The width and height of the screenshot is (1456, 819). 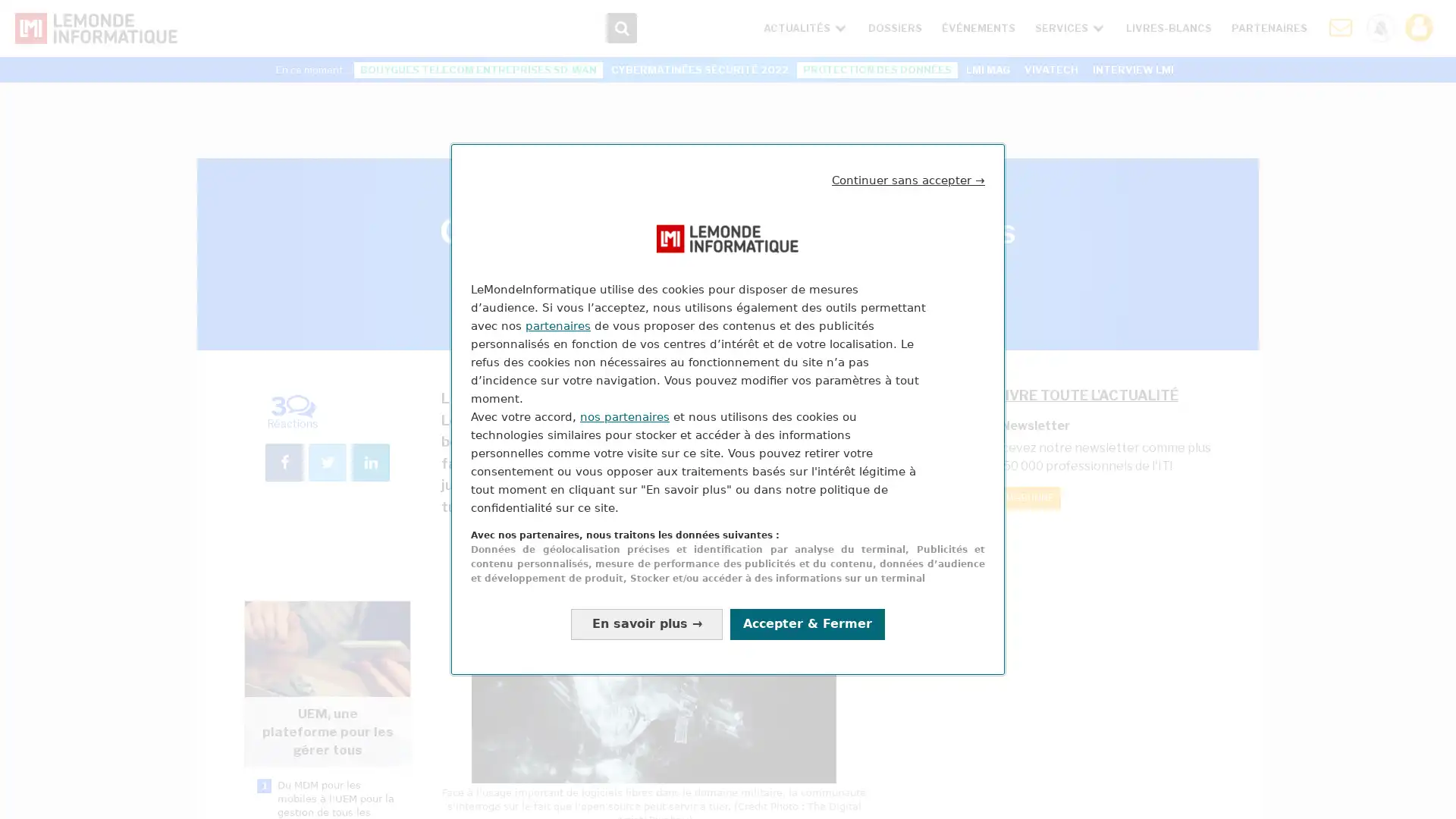 I want to click on Configurer vos consentements, so click(x=647, y=623).